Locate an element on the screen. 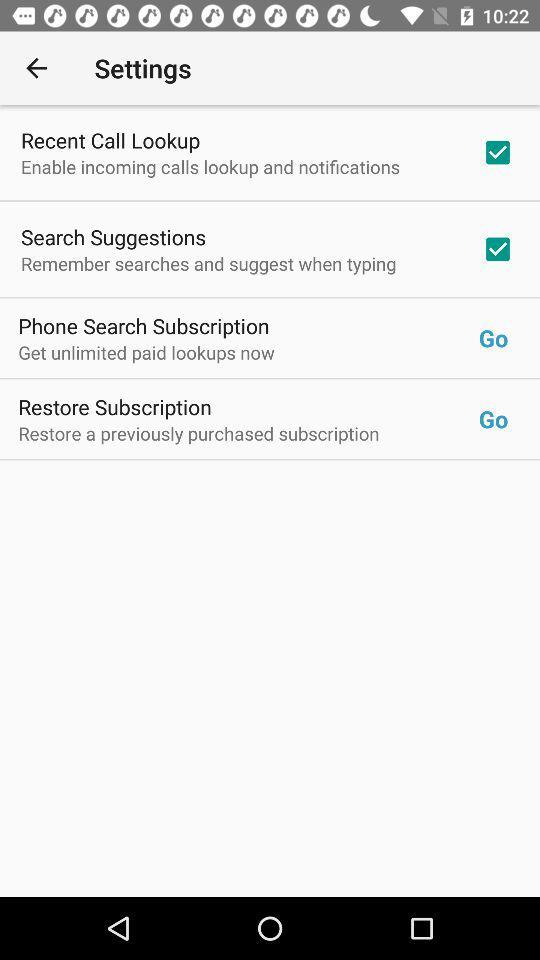 The image size is (540, 960). search suggestions icon is located at coordinates (113, 237).